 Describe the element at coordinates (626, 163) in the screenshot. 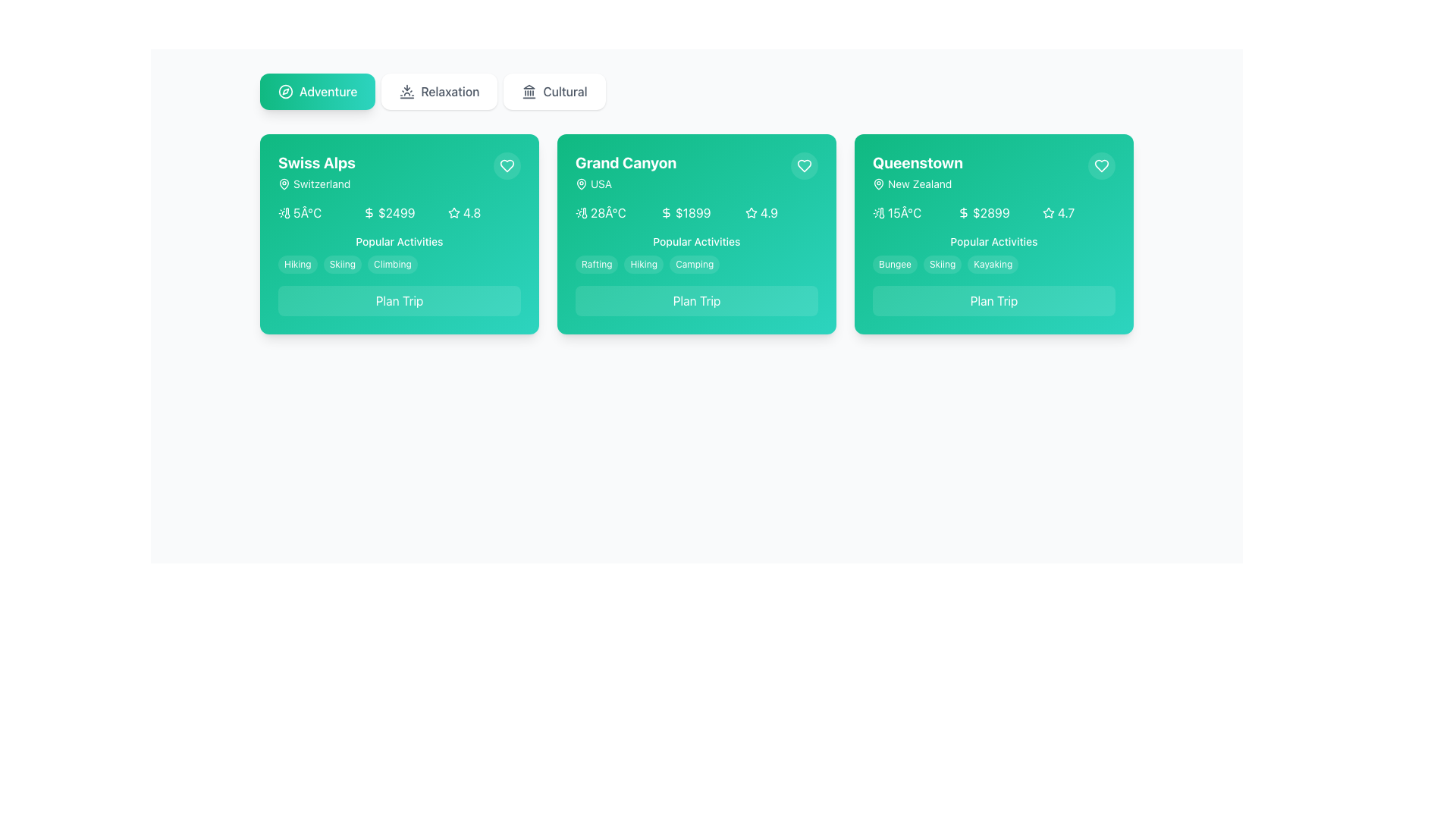

I see `the 'Grand Canyon' text label, which is prominently styled in bold white font against a green background, located in the center of the highlighted card` at that location.